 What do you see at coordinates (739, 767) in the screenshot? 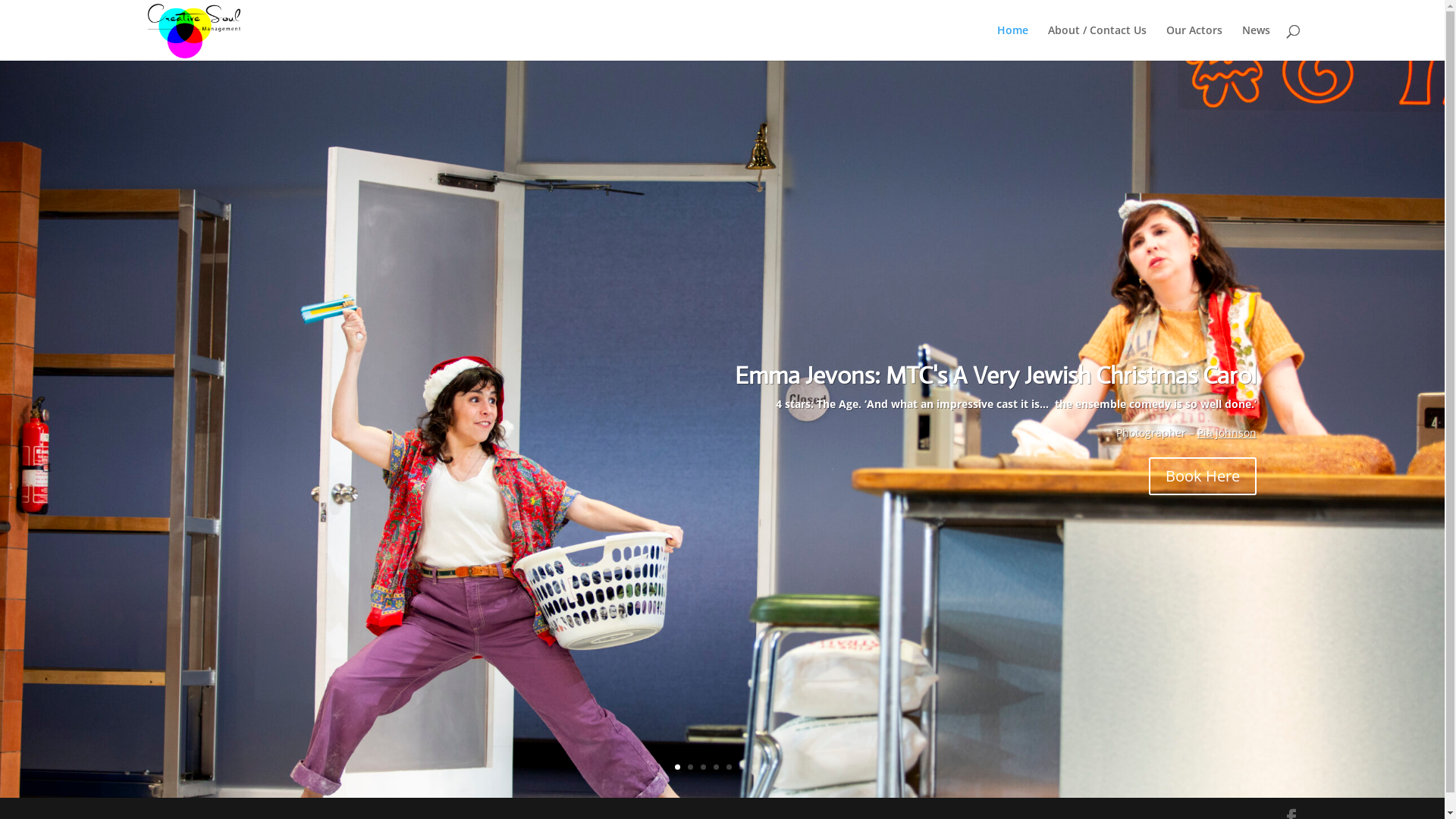
I see `'6'` at bounding box center [739, 767].